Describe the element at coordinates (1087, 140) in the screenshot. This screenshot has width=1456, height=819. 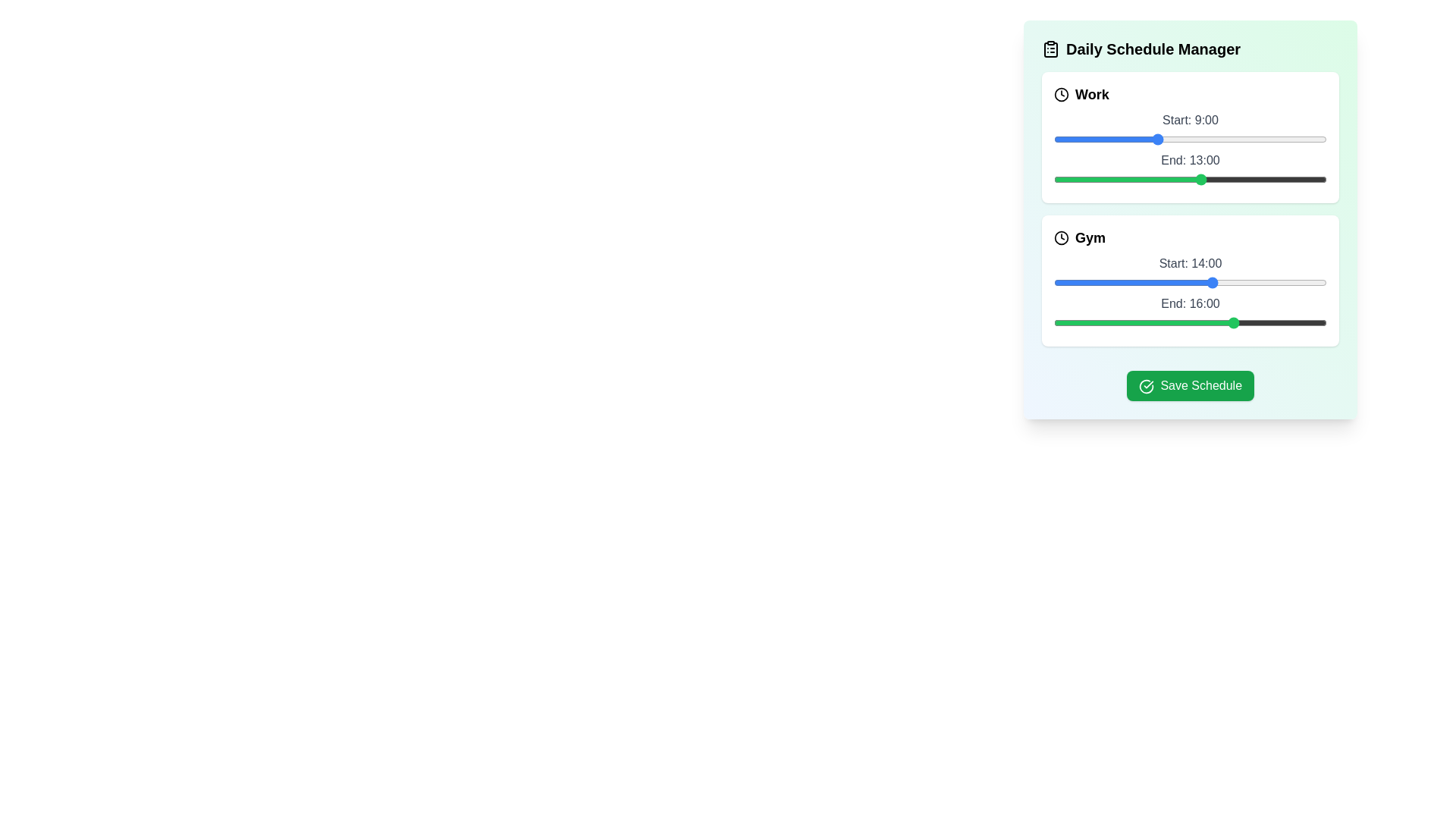
I see `the start time of the 'Work' task to 3 hours using the slider` at that location.